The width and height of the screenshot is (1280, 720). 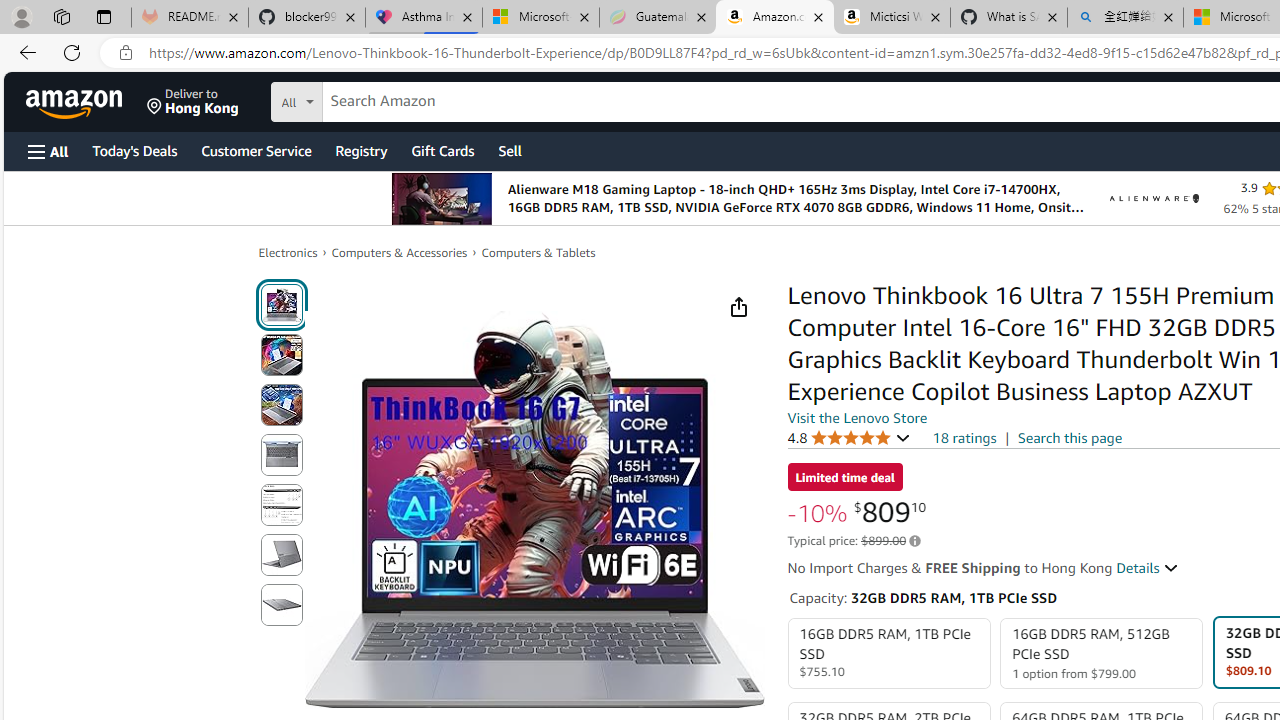 What do you see at coordinates (538, 252) in the screenshot?
I see `'Computers & Tablets'` at bounding box center [538, 252].